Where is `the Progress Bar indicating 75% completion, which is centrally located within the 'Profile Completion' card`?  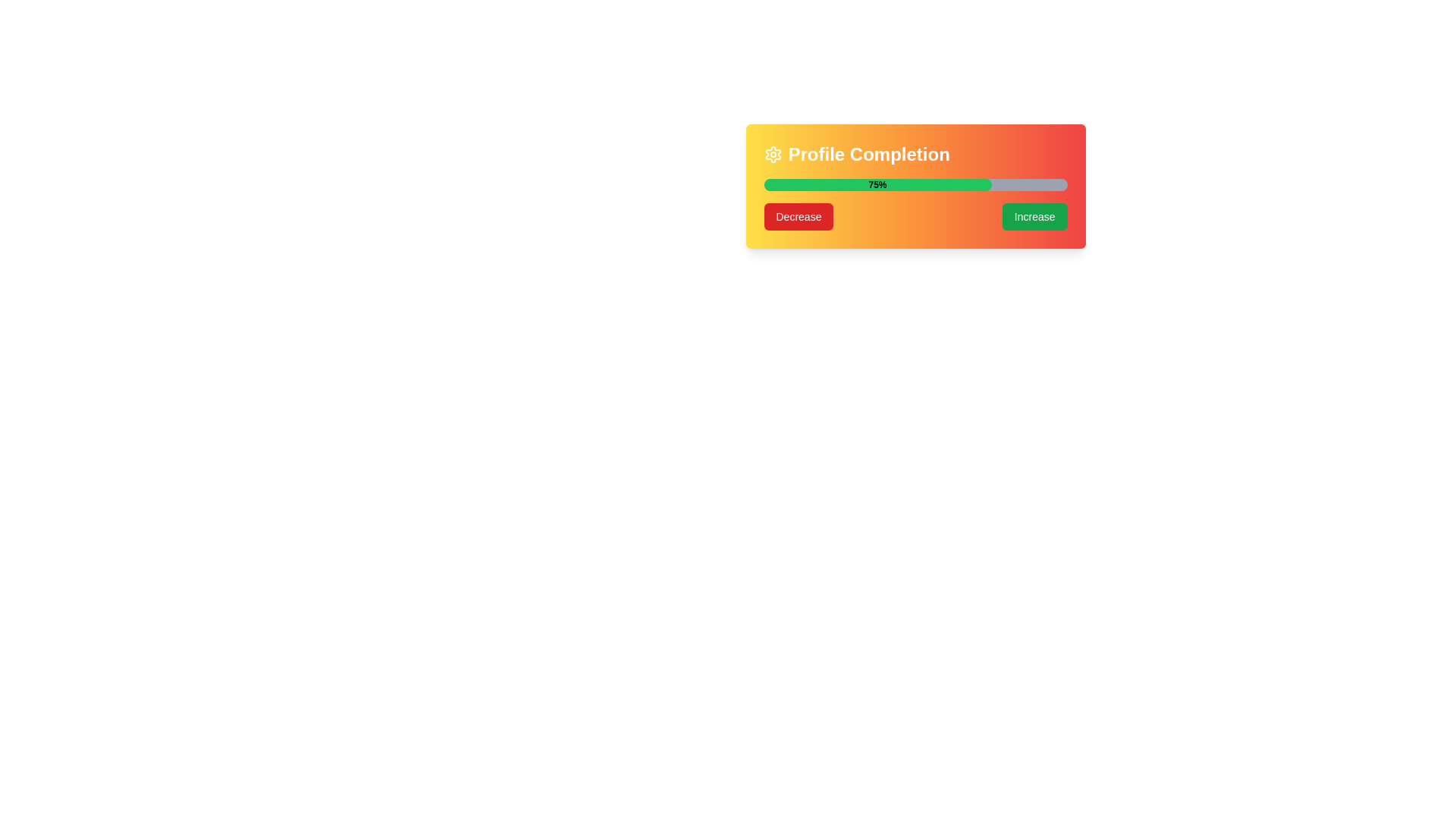 the Progress Bar indicating 75% completion, which is centrally located within the 'Profile Completion' card is located at coordinates (915, 184).